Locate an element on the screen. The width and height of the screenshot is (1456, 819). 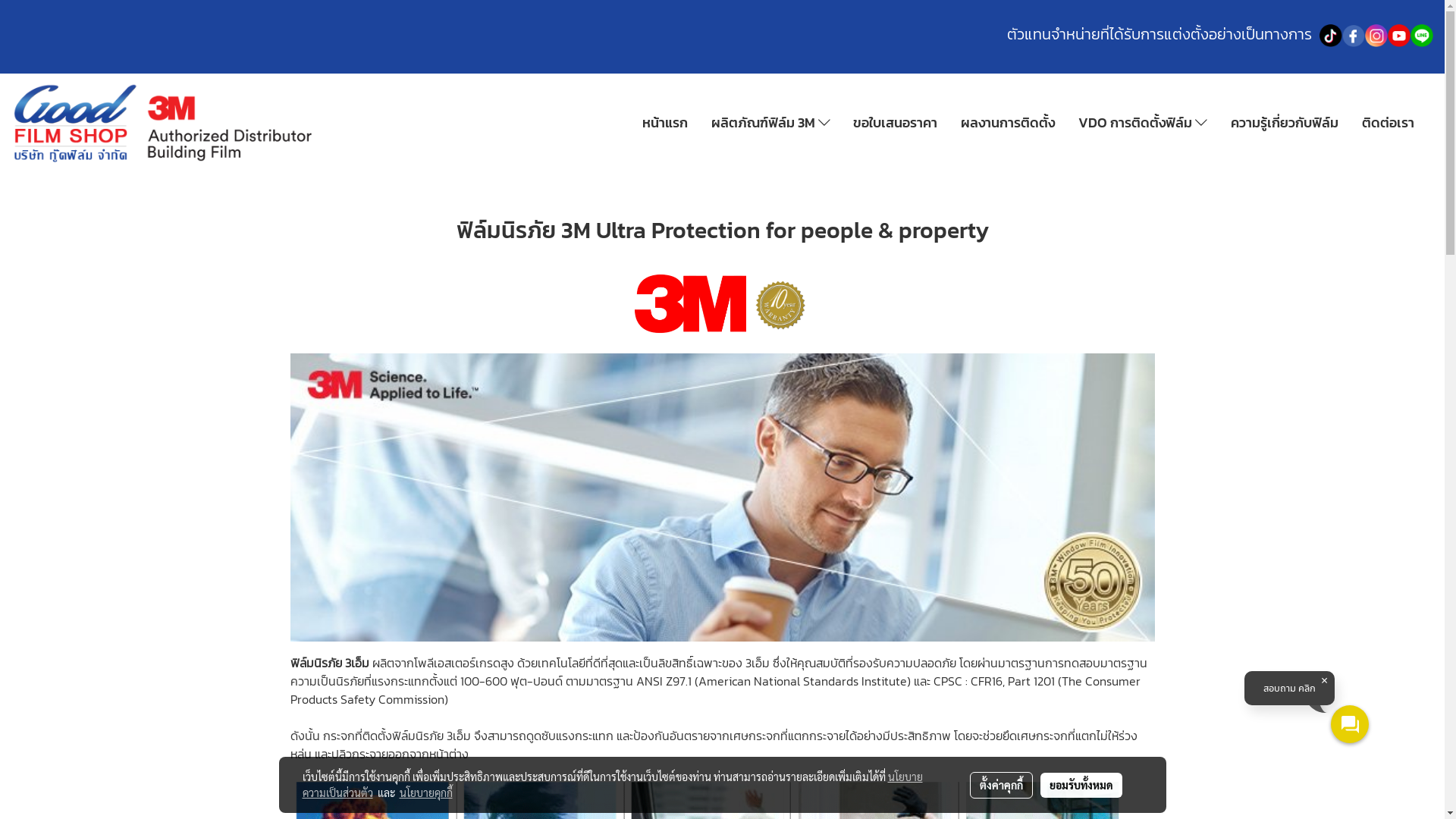
'logo' is located at coordinates (163, 121).